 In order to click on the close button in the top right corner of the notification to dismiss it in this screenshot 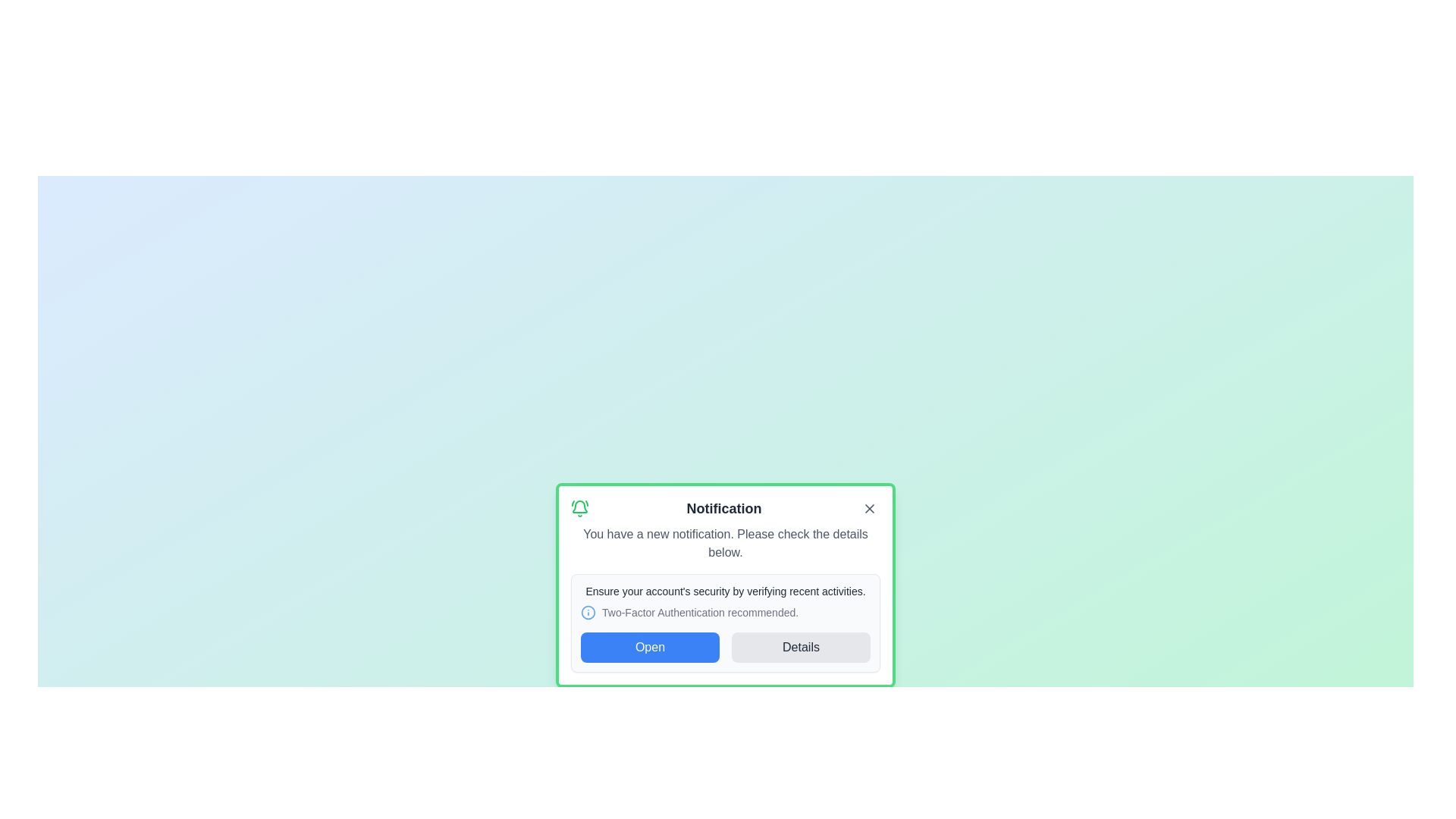, I will do `click(870, 509)`.